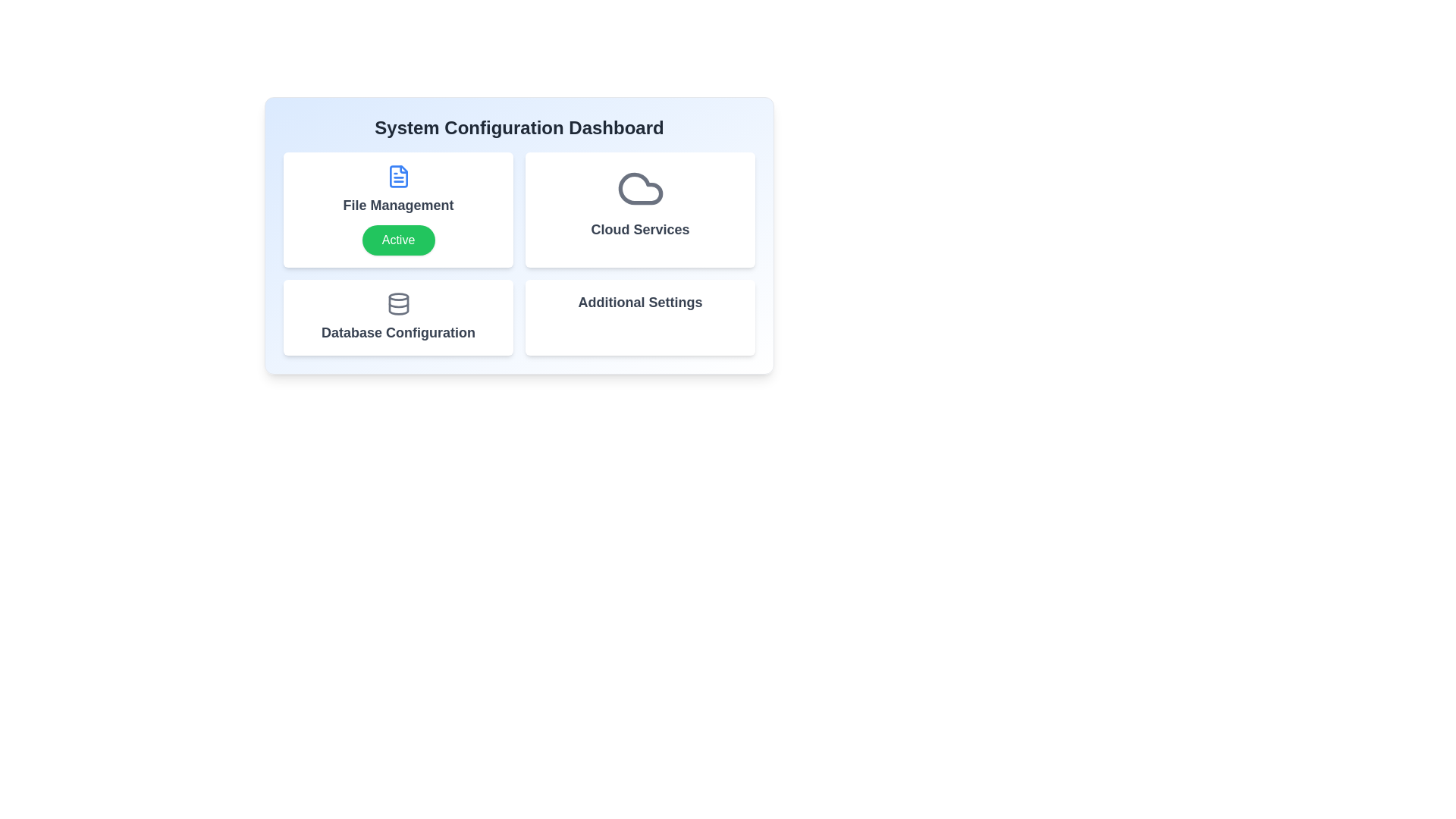 Image resolution: width=1456 pixels, height=819 pixels. I want to click on the 'Database Configuration' card located in the bottom-left corner of the grid layout to read additional details, so click(398, 317).